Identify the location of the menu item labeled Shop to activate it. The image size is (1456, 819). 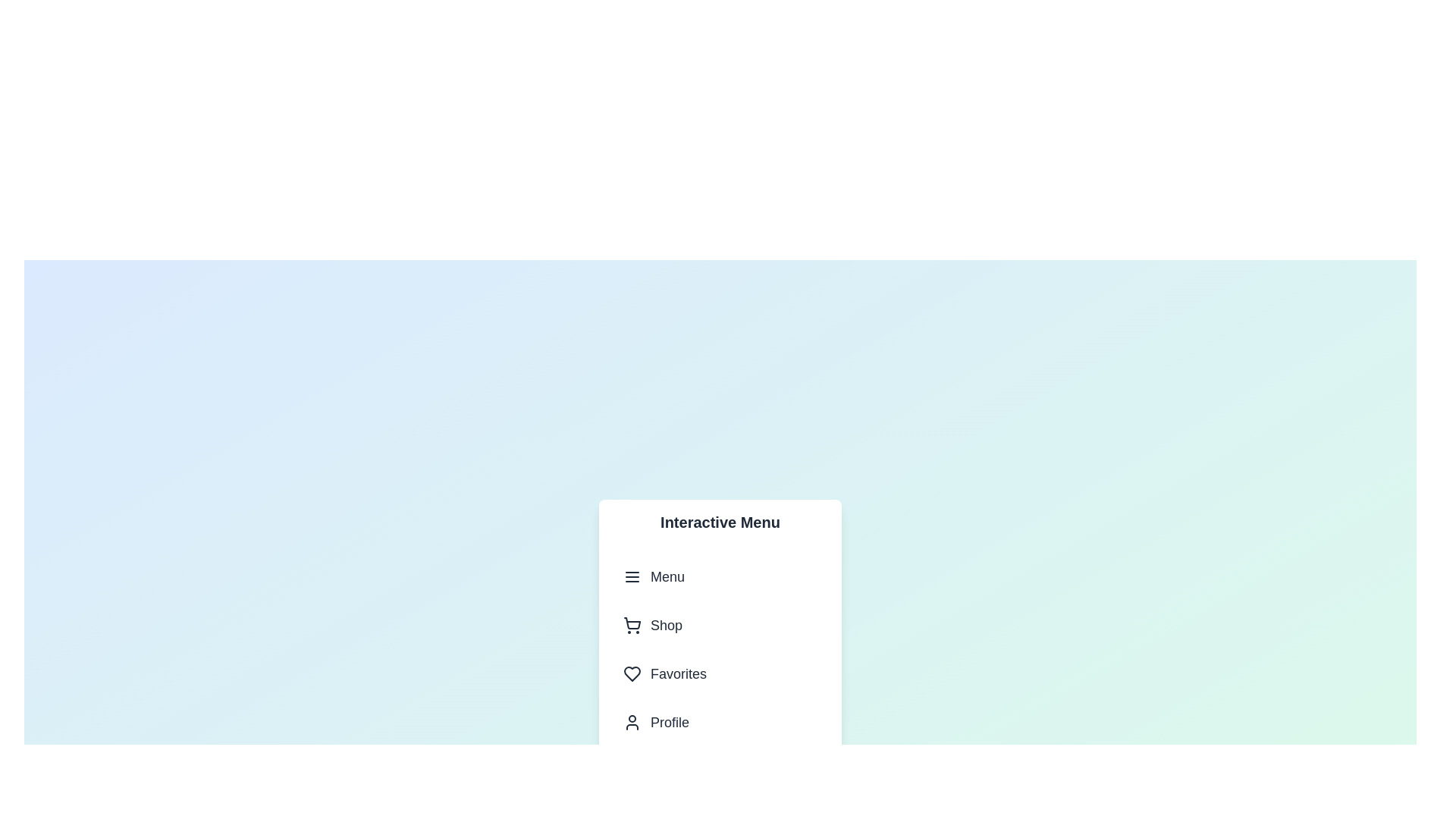
(720, 625).